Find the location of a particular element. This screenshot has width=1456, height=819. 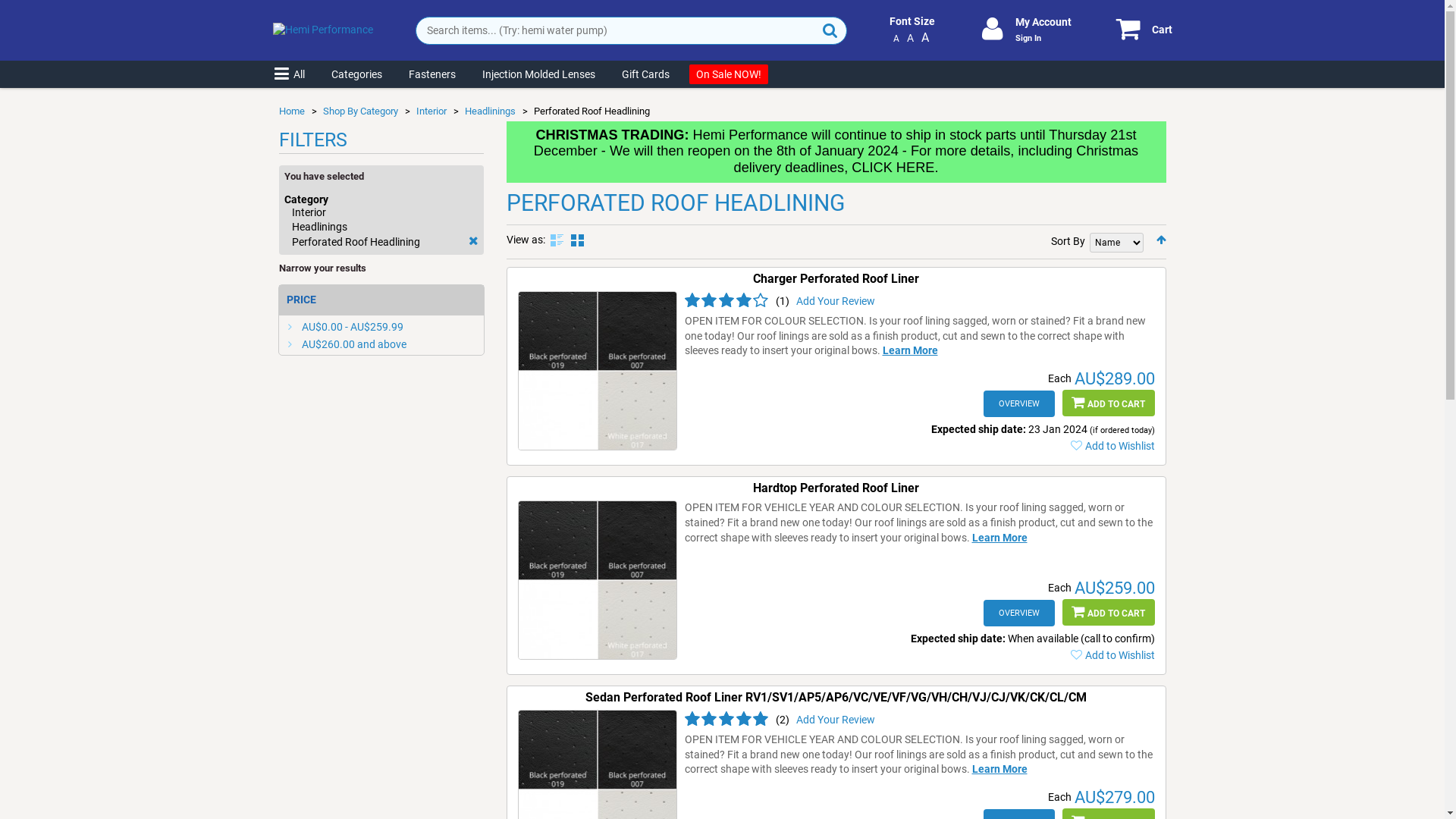

'ADD TO CART' is located at coordinates (1107, 402).